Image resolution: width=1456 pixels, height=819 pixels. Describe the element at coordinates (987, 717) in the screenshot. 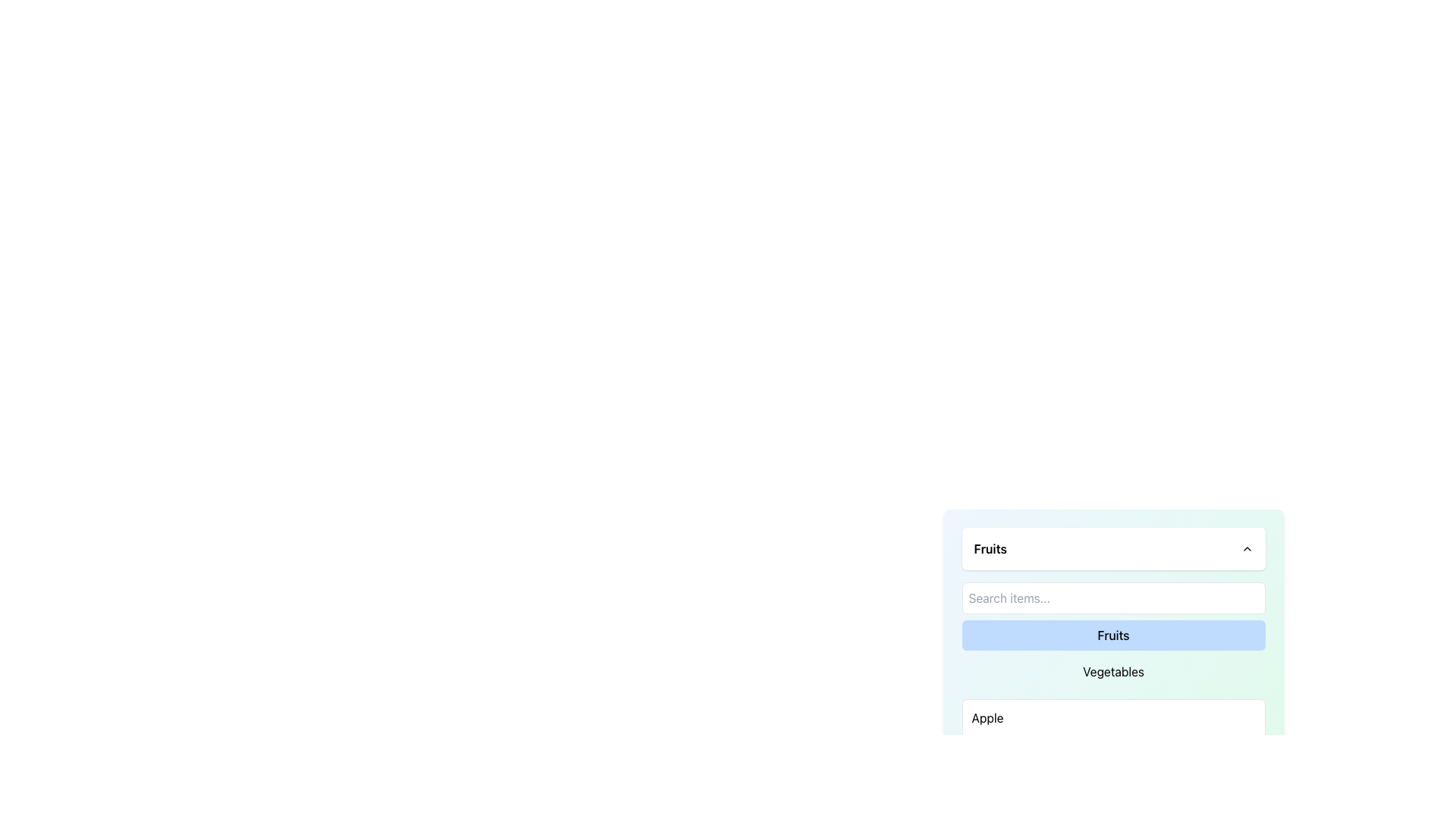

I see `the 'Apple' text label located` at that location.